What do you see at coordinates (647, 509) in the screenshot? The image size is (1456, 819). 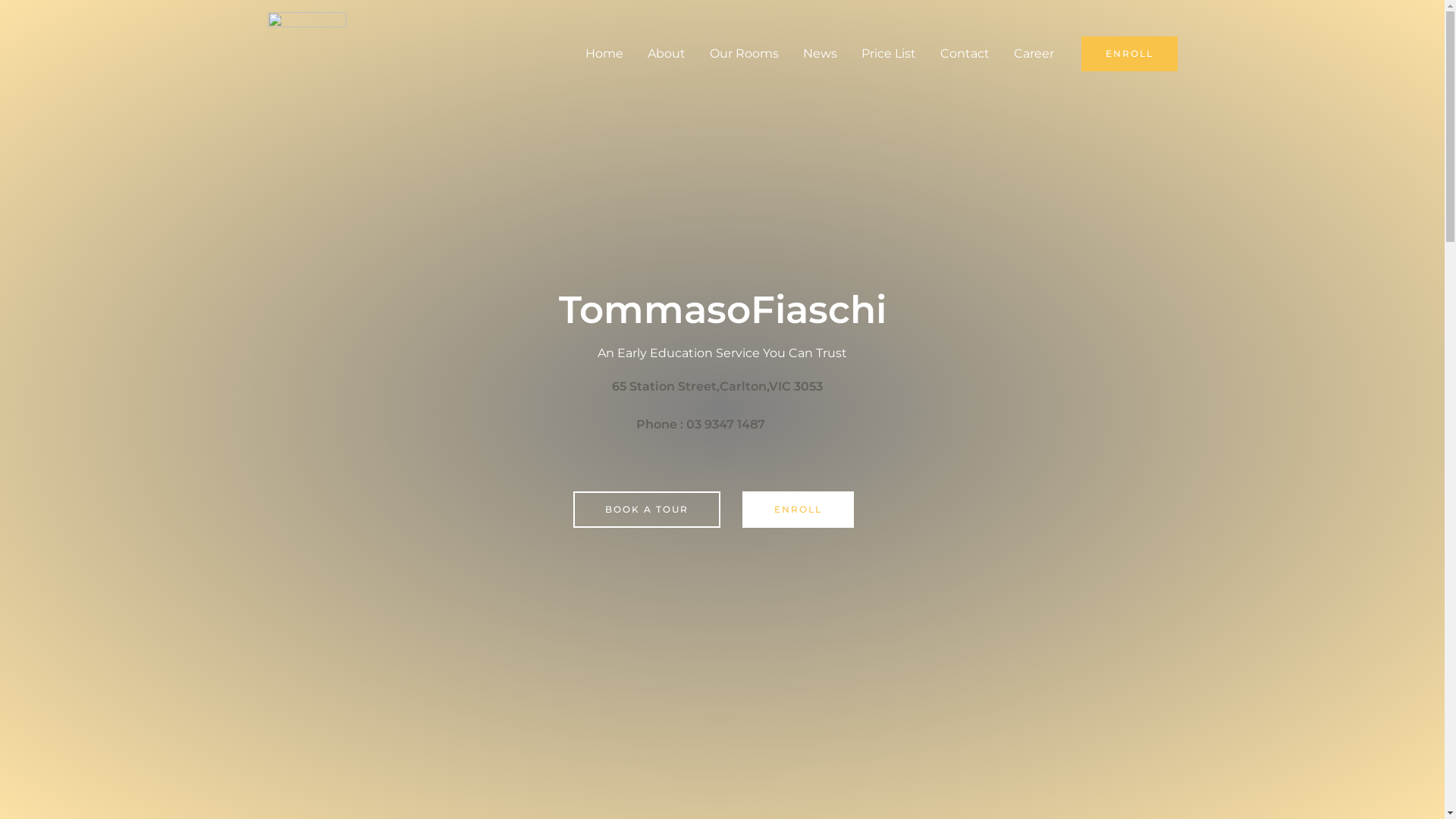 I see `'BOOK A TOUR'` at bounding box center [647, 509].